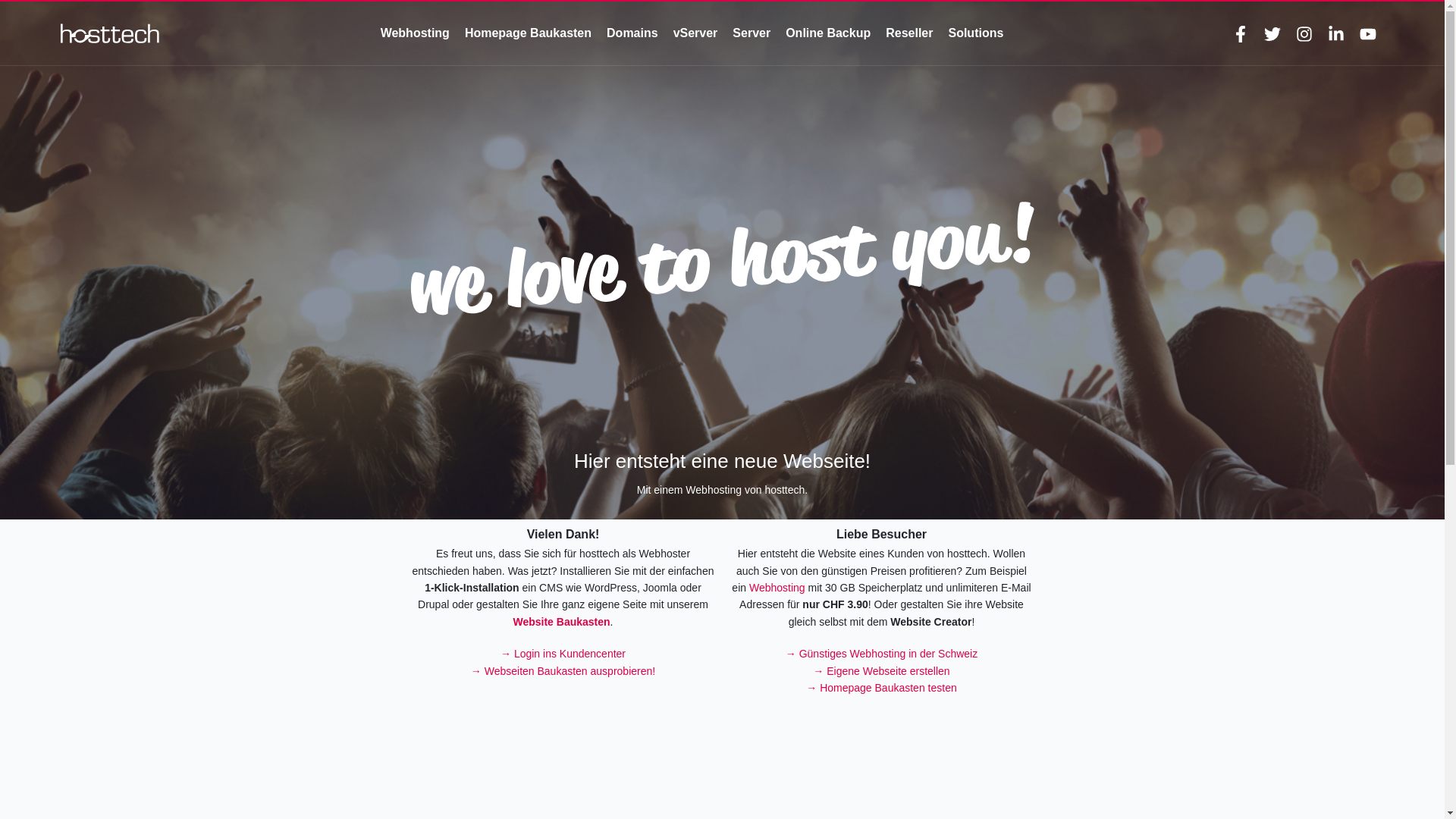  I want to click on 'Domains', so click(632, 33).